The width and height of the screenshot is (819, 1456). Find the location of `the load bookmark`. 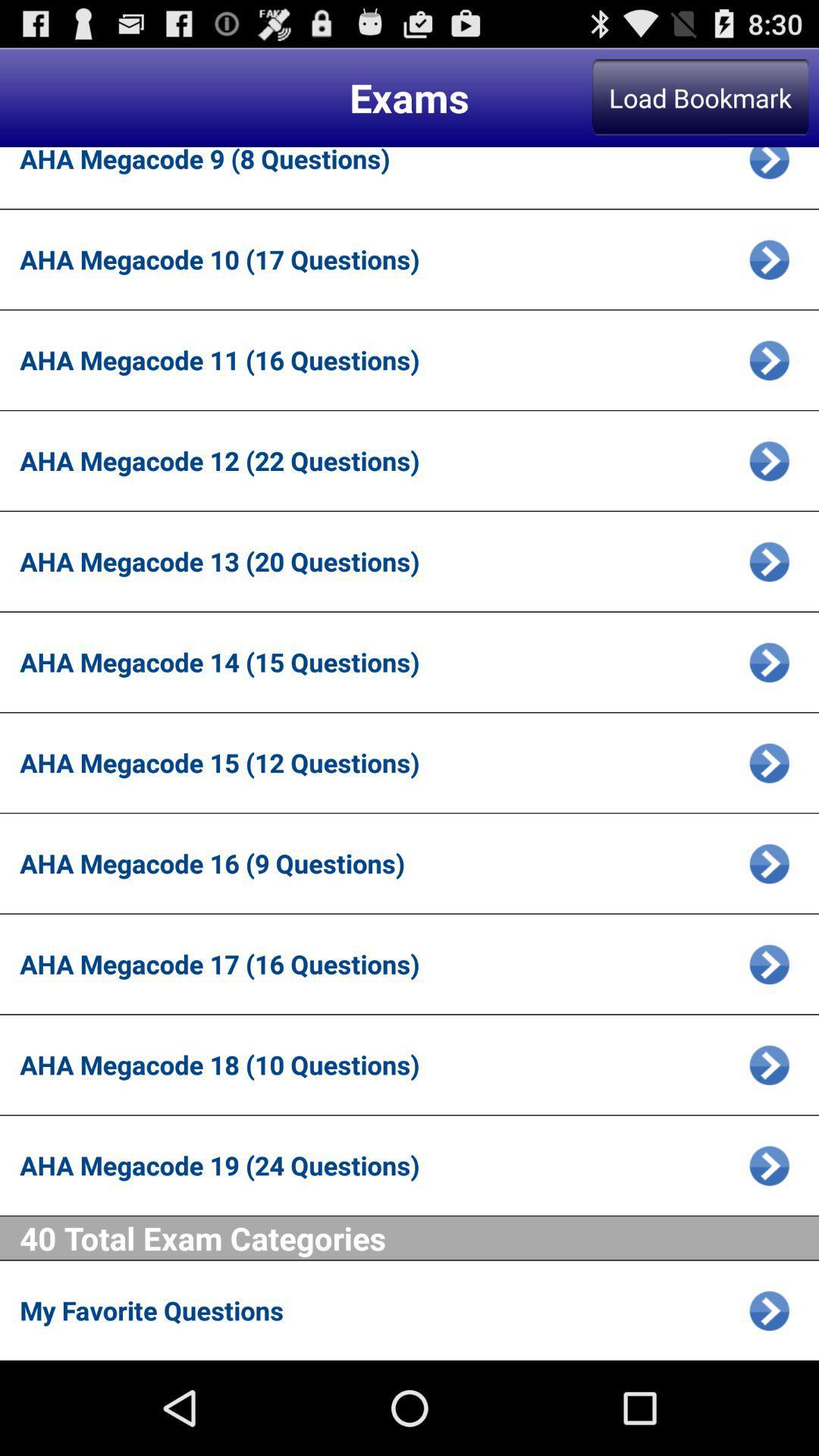

the load bookmark is located at coordinates (700, 96).